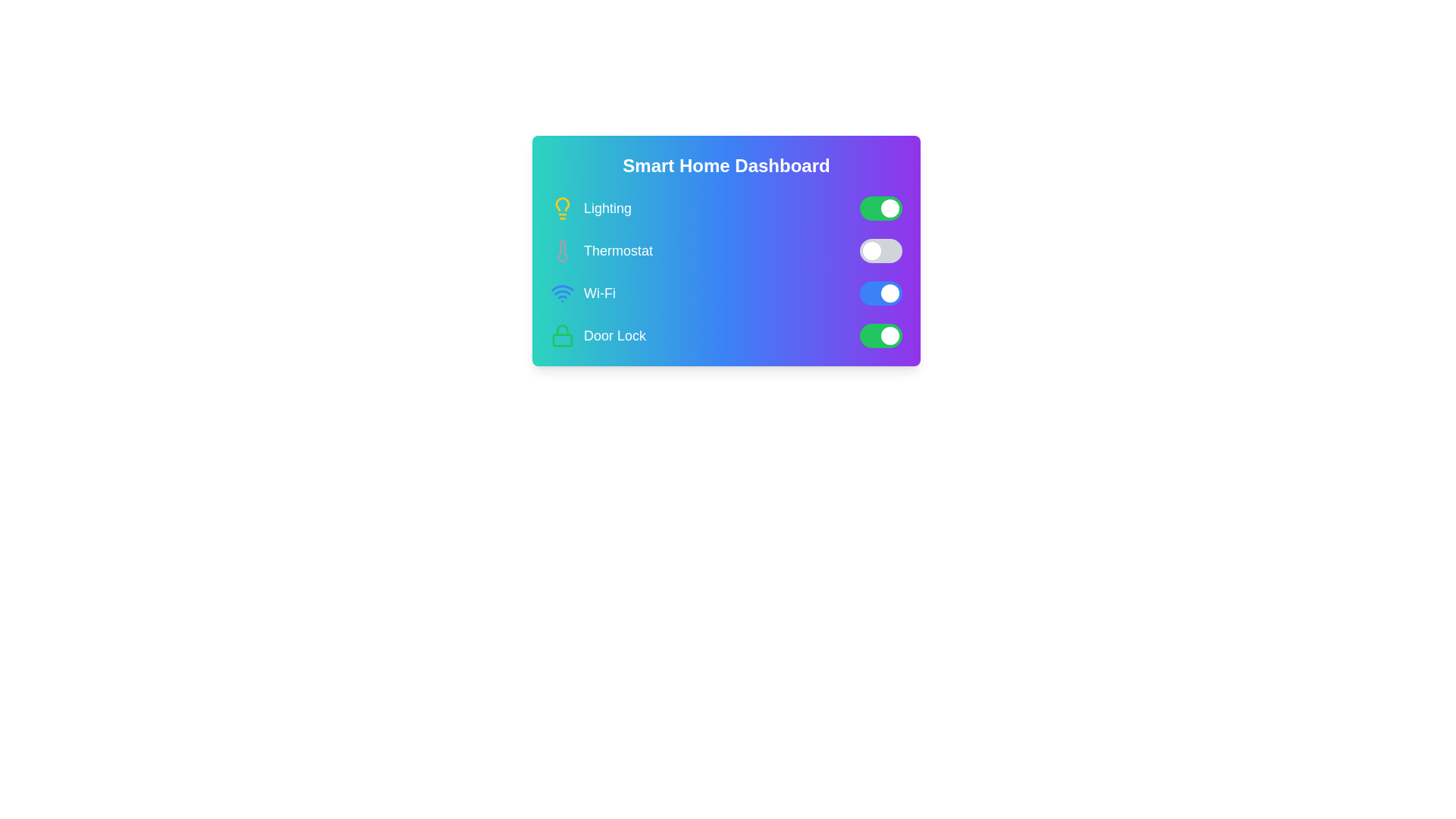  I want to click on the 'Door Lock' text label, which is the fourth item in the vertically stacked list under the 'Smart Home Dashboard' header, positioned to the right of a green lock icon and above a toggle switch, so click(615, 335).